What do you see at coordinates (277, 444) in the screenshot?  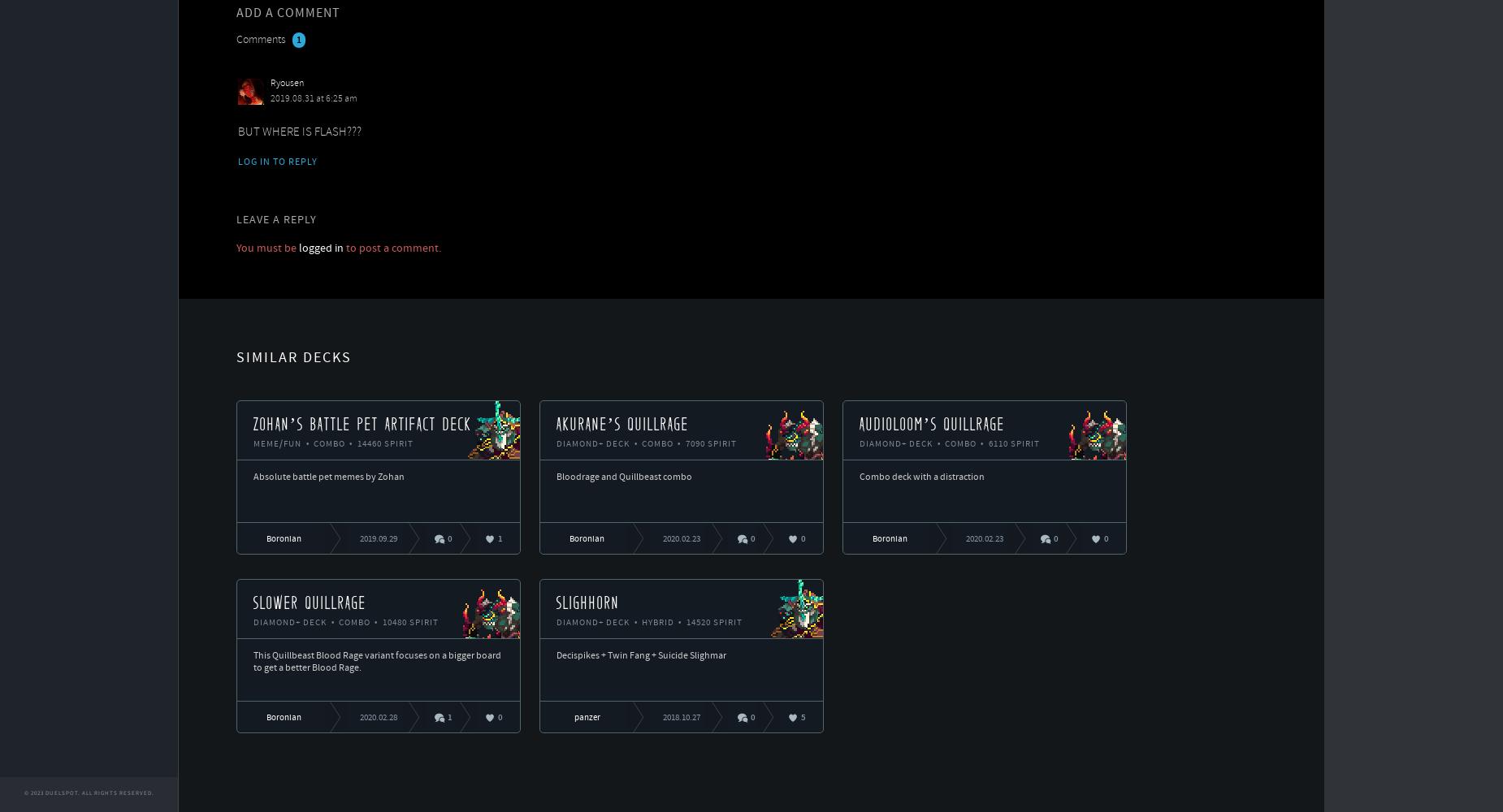 I see `'Meme/Fun'` at bounding box center [277, 444].